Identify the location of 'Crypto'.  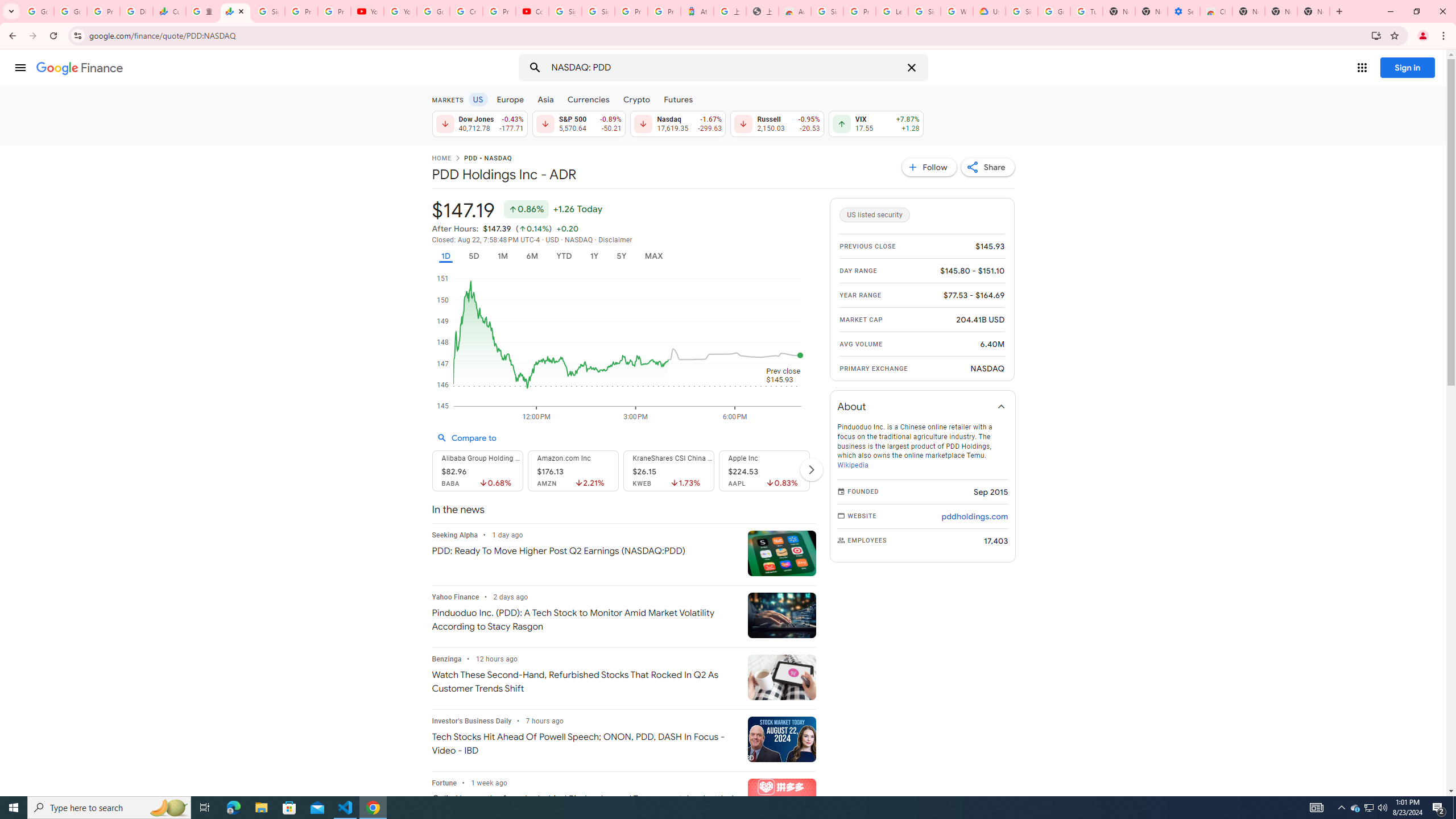
(637, 98).